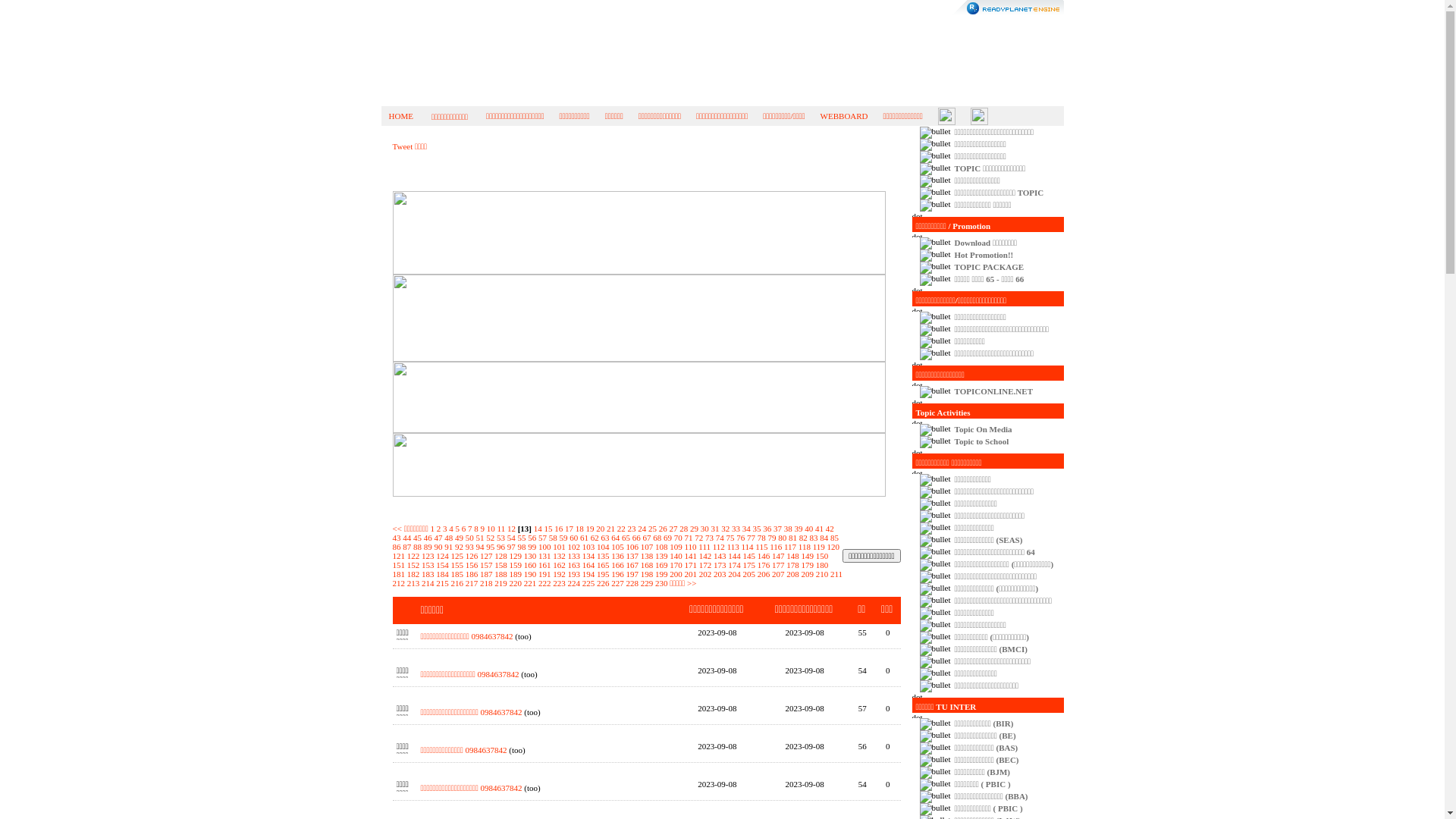 The width and height of the screenshot is (1456, 819). I want to click on '8', so click(475, 528).